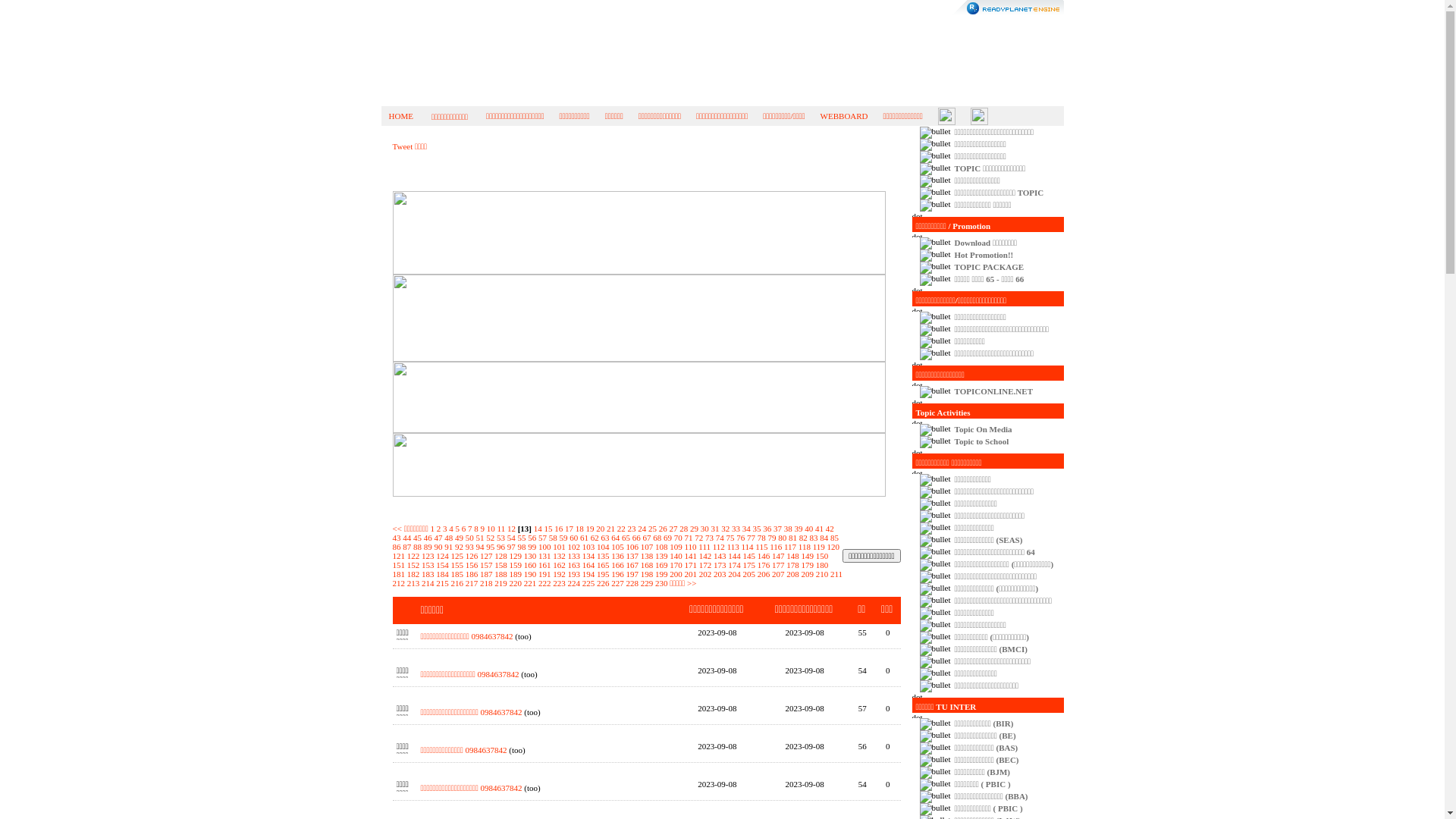 The width and height of the screenshot is (1456, 819). I want to click on '8', so click(475, 528).